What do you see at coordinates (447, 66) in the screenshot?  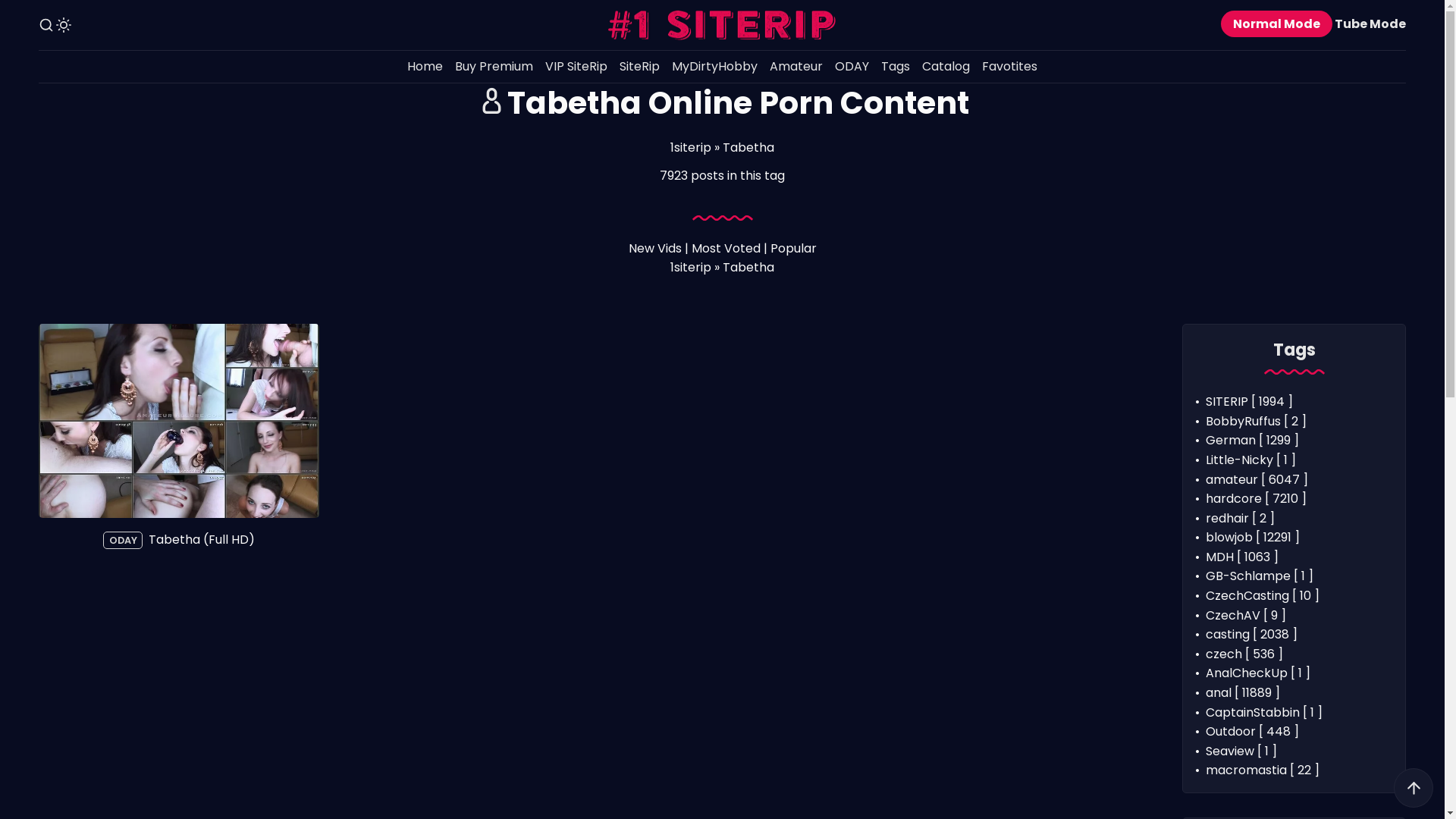 I see `'Buy Premium'` at bounding box center [447, 66].